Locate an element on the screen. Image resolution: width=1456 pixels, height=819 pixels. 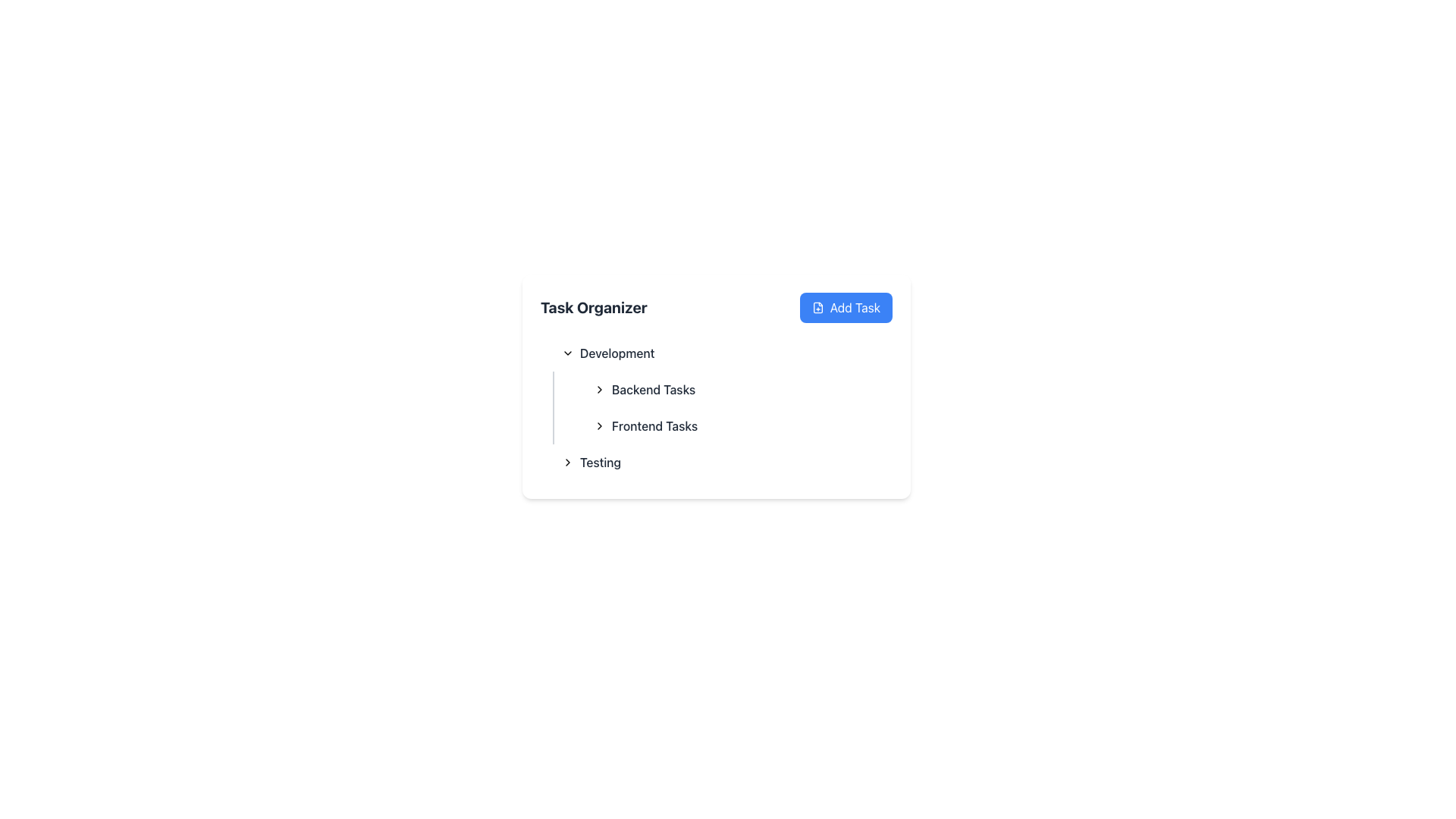
the last entry is located at coordinates (716, 461).